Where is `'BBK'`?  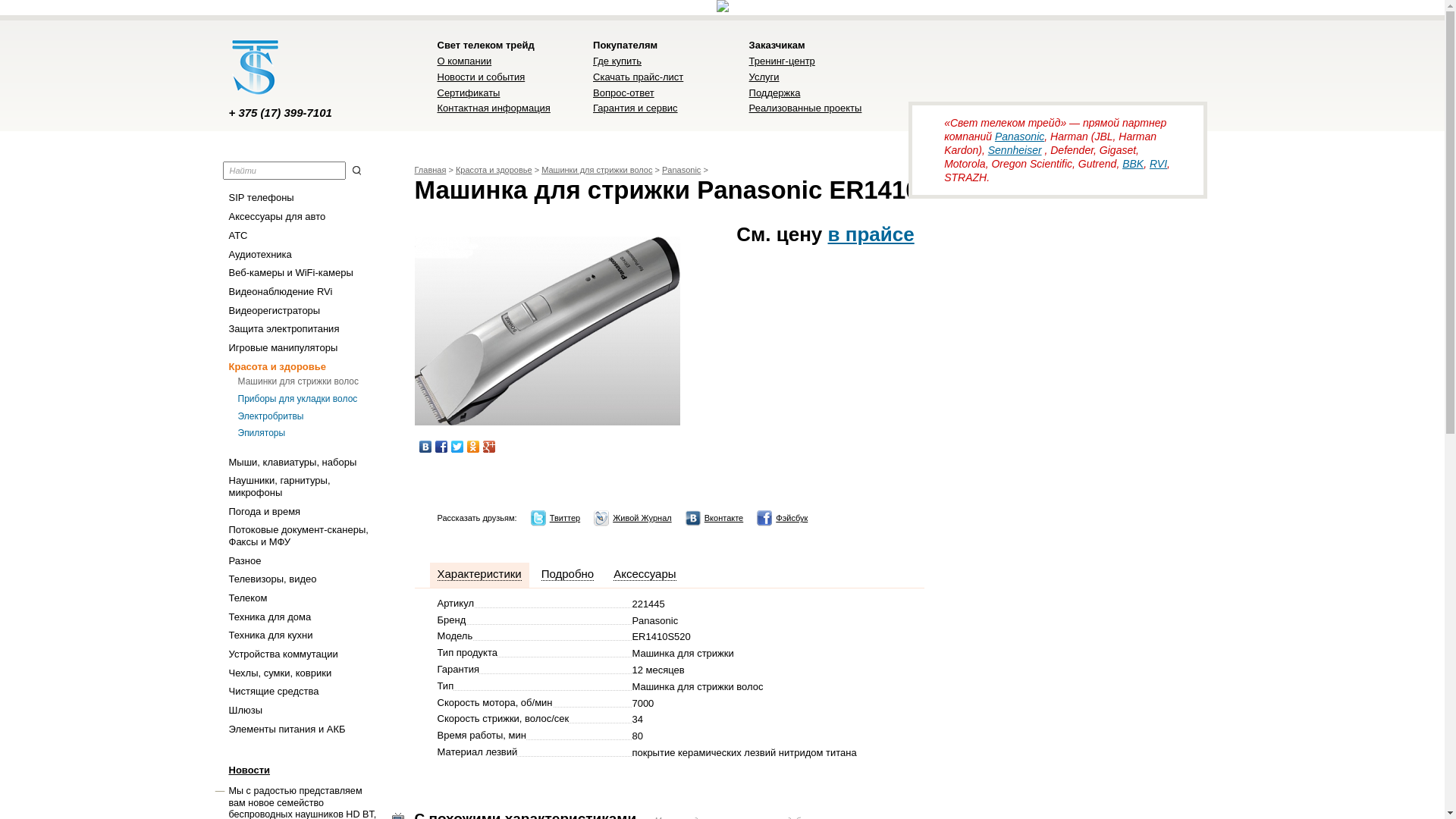 'BBK' is located at coordinates (1122, 164).